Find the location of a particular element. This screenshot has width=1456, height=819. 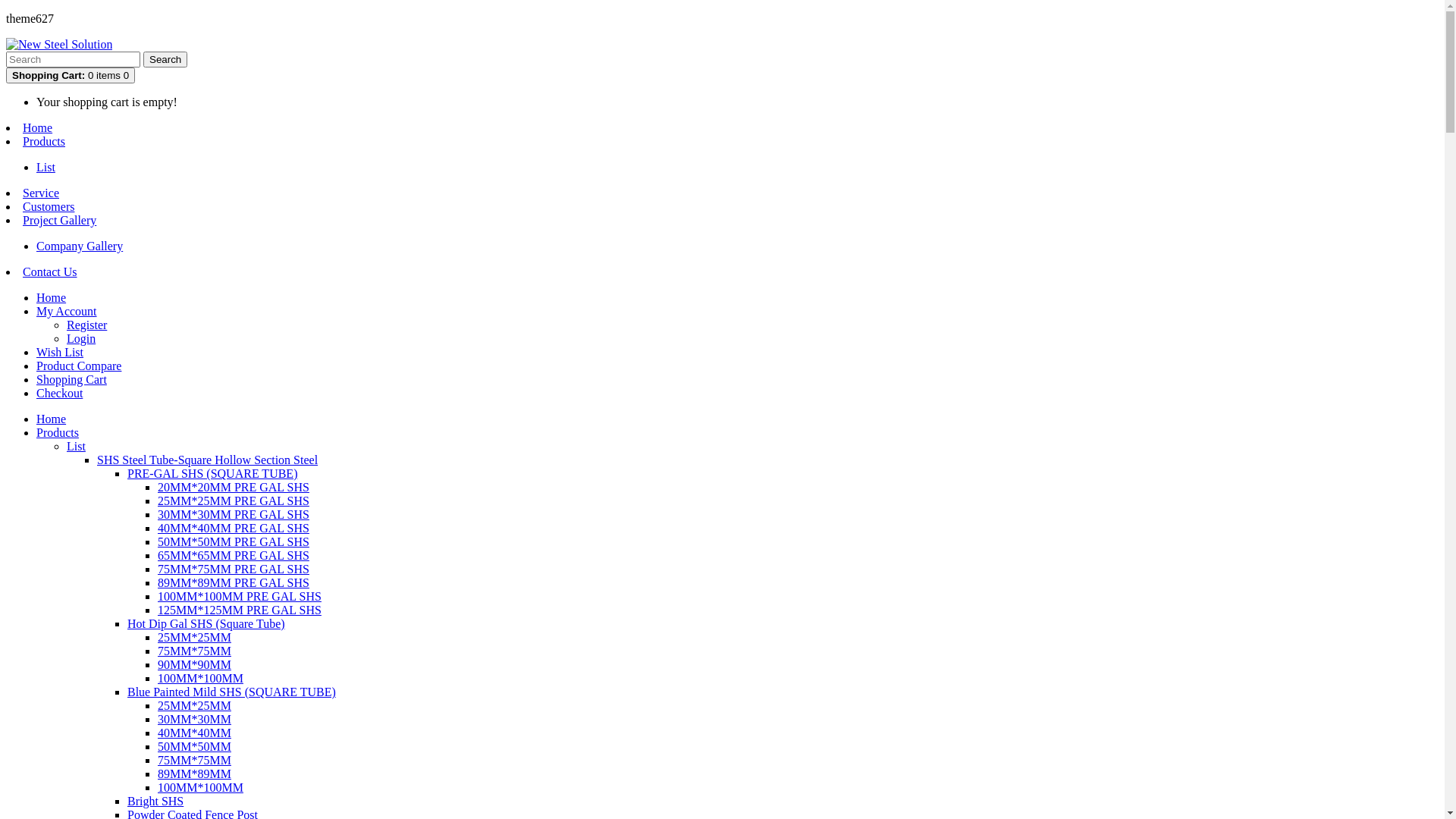

'Login' is located at coordinates (80, 337).